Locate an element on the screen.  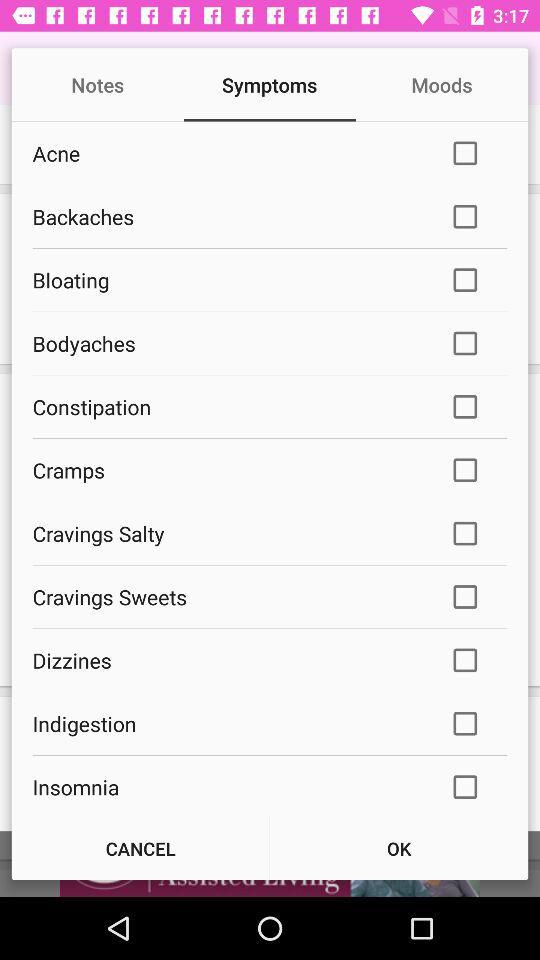
item below the bloating is located at coordinates (226, 343).